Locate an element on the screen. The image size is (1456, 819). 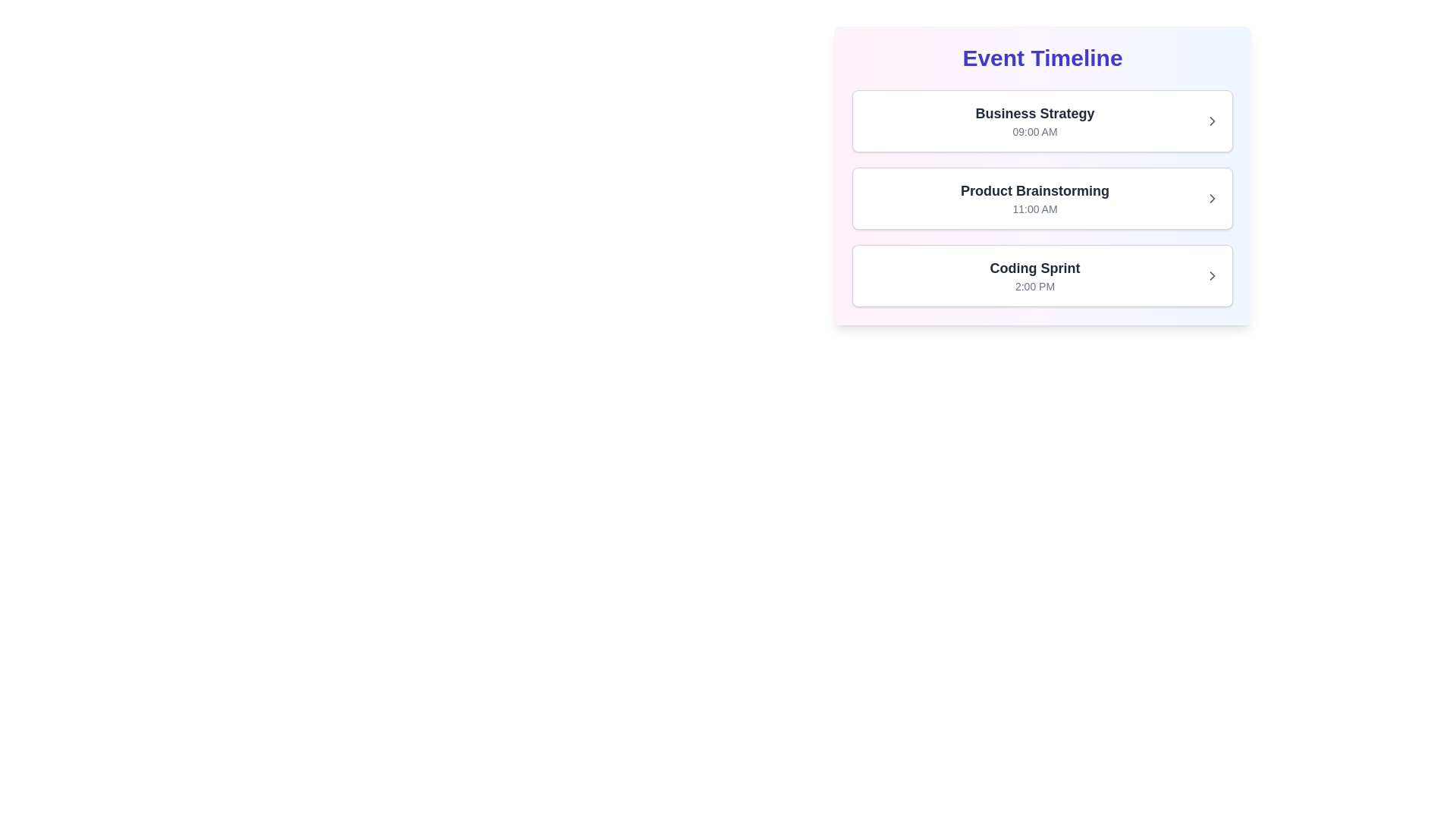
the 'Business Strategy' text label, which is styled in bold and larger font, located at the top of the events list in a bordered card section is located at coordinates (1034, 113).